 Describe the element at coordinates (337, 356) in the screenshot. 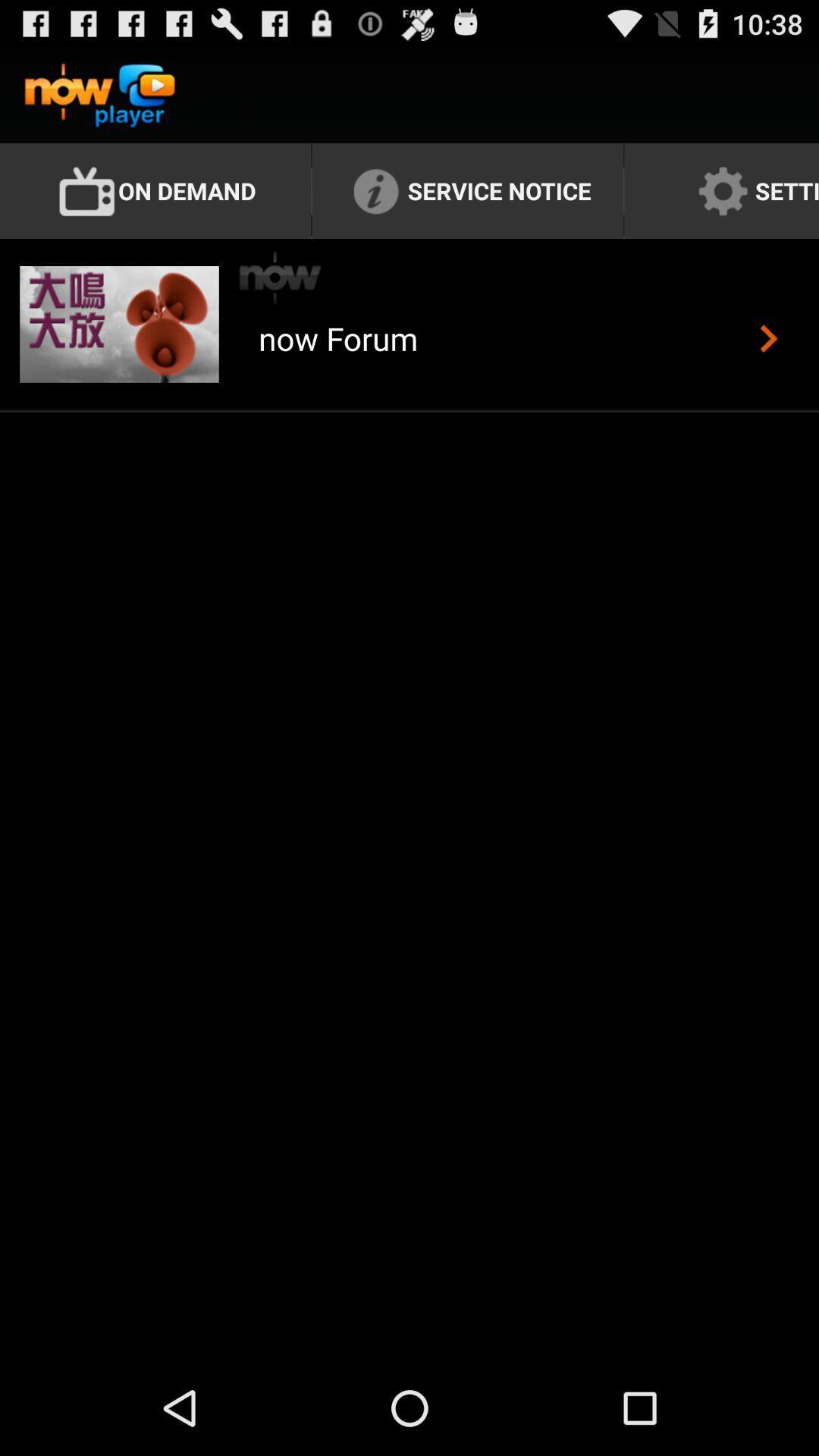

I see `now forum icon` at that location.